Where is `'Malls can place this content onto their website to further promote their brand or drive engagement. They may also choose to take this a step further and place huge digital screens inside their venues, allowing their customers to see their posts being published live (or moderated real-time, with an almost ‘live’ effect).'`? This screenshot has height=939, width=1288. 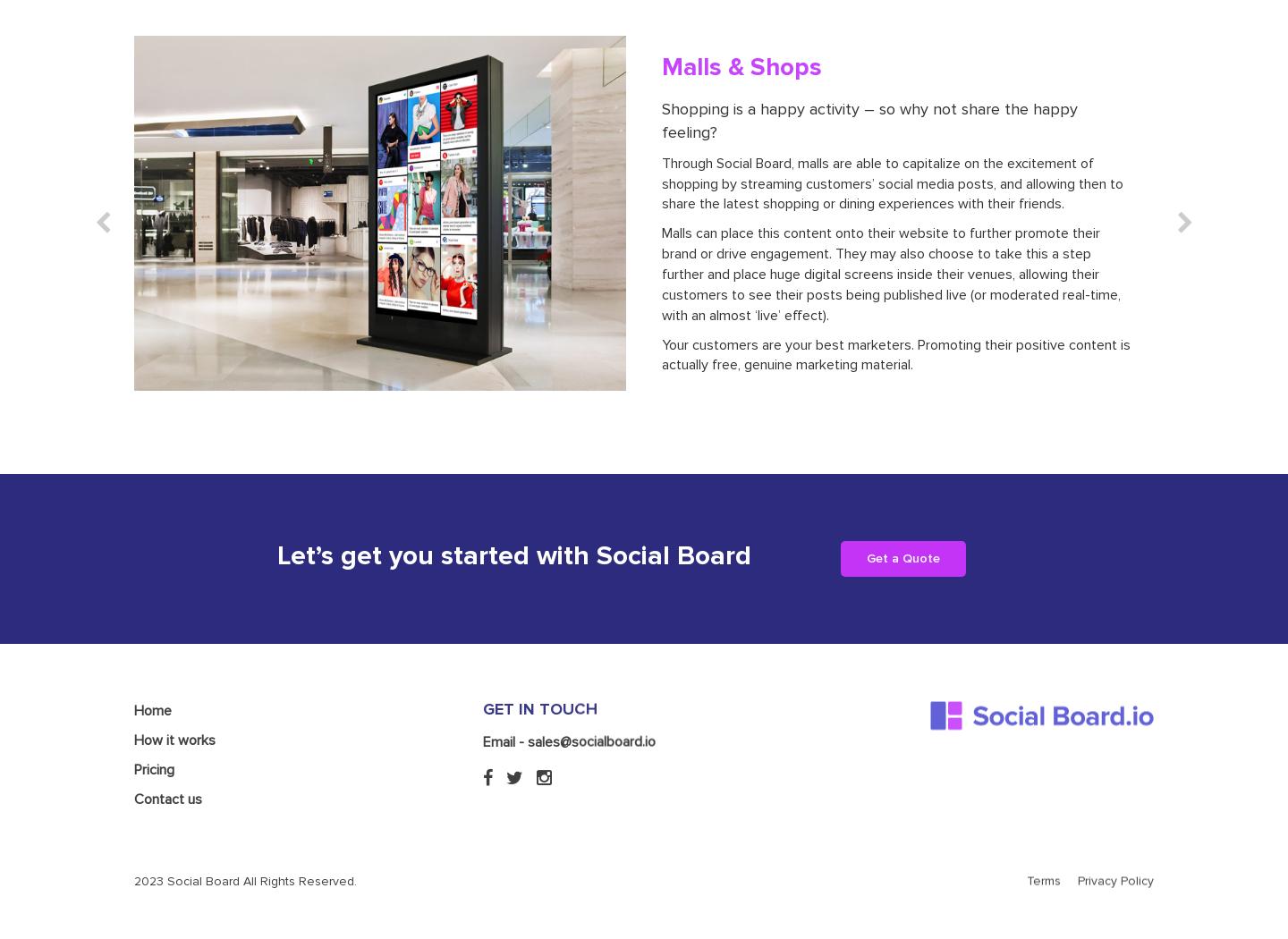 'Malls can place this content onto their website to further promote their brand or drive engagement. They may also choose to take this a step further and place huge digital screens inside their venues, allowing their customers to see their posts being published live (or moderated real-time, with an almost ‘live’ effect).' is located at coordinates (890, 274).